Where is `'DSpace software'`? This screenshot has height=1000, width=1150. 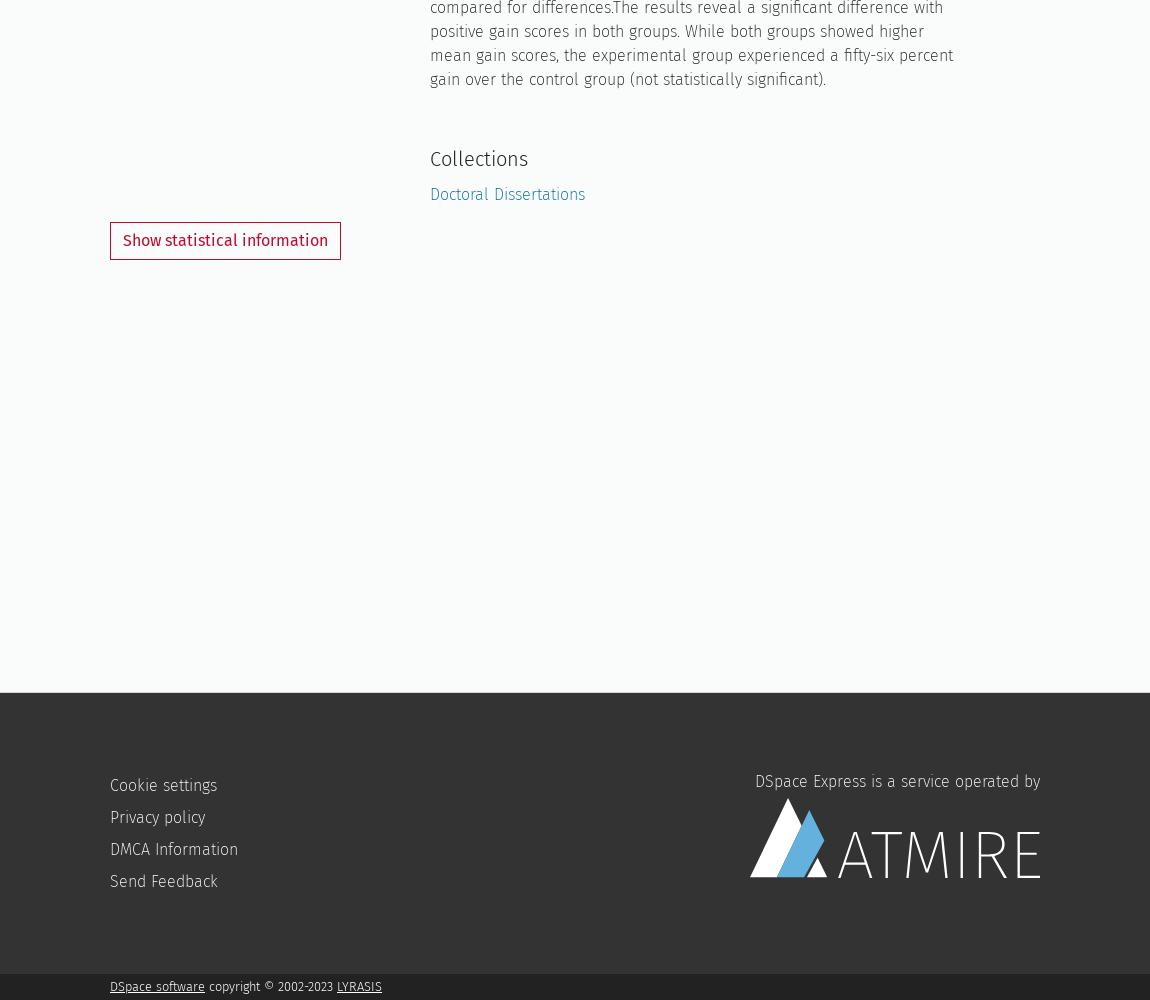
'DSpace software' is located at coordinates (156, 985).